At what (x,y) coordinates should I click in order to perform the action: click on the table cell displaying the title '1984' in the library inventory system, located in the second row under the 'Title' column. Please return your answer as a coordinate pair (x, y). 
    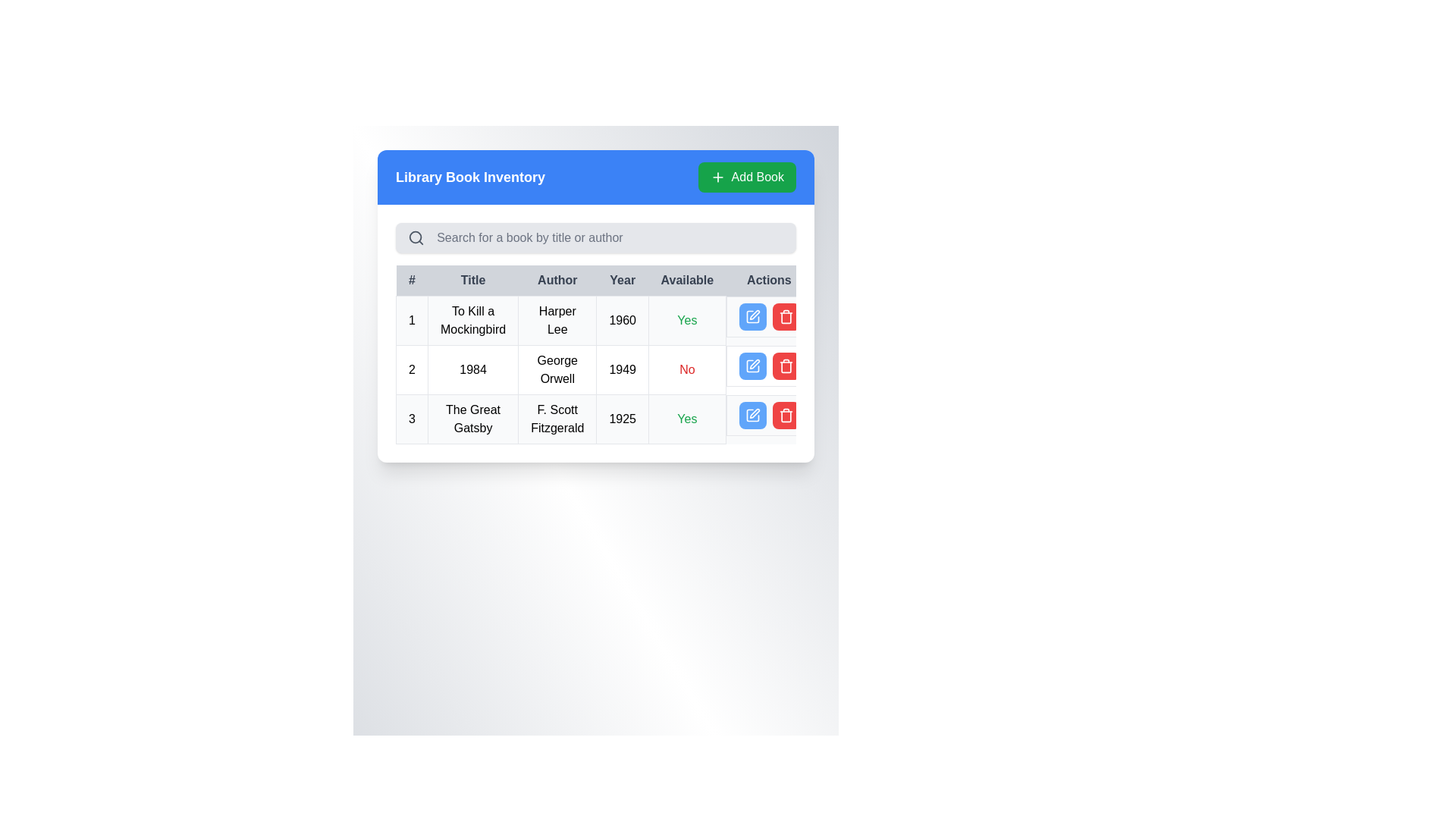
    Looking at the image, I should click on (472, 370).